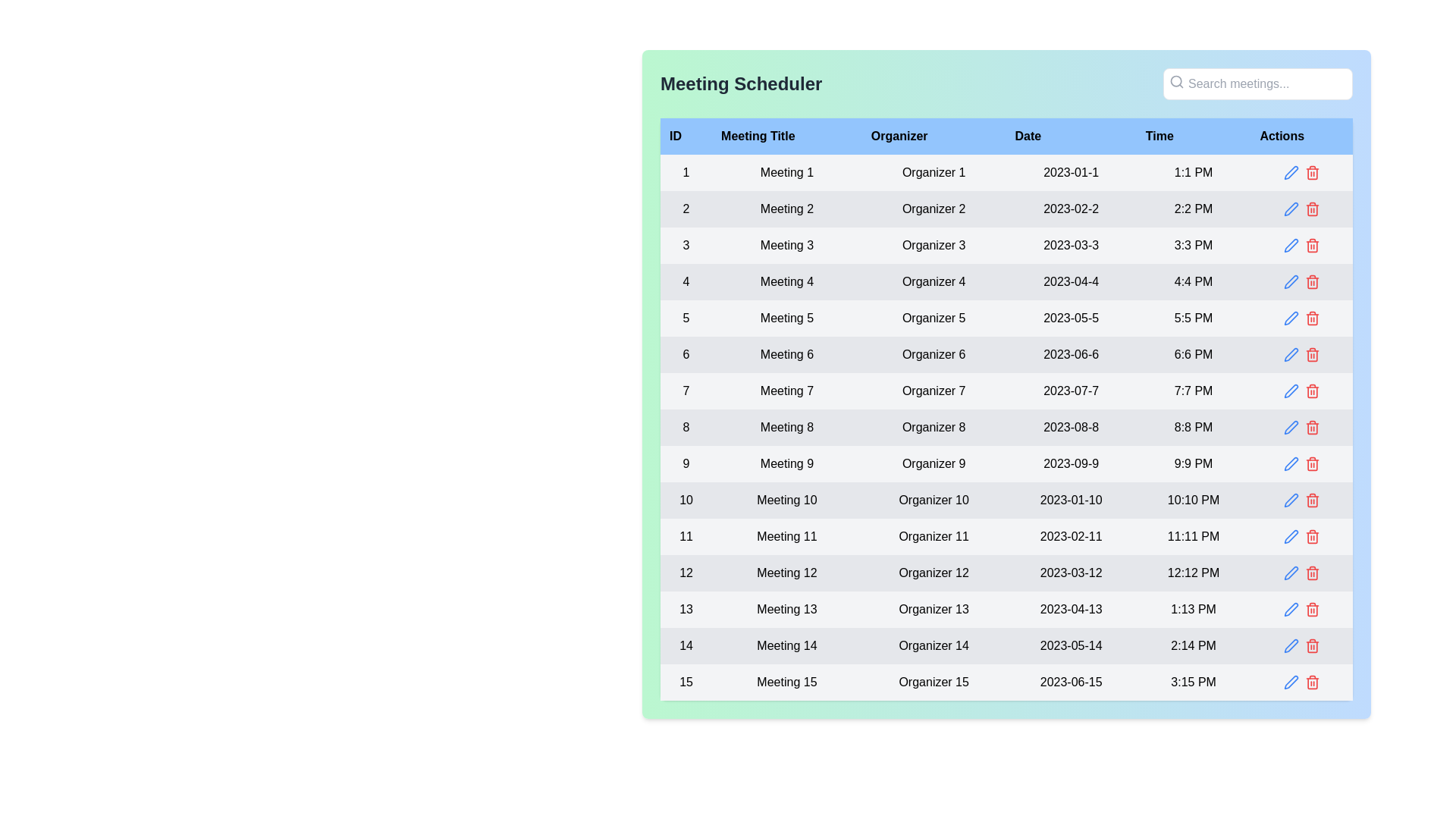 The height and width of the screenshot is (819, 1456). I want to click on the static text display showing the time information ('3:3 PM') for the meeting organized by 'Organizer 3' in the third row of the table, so click(1193, 245).